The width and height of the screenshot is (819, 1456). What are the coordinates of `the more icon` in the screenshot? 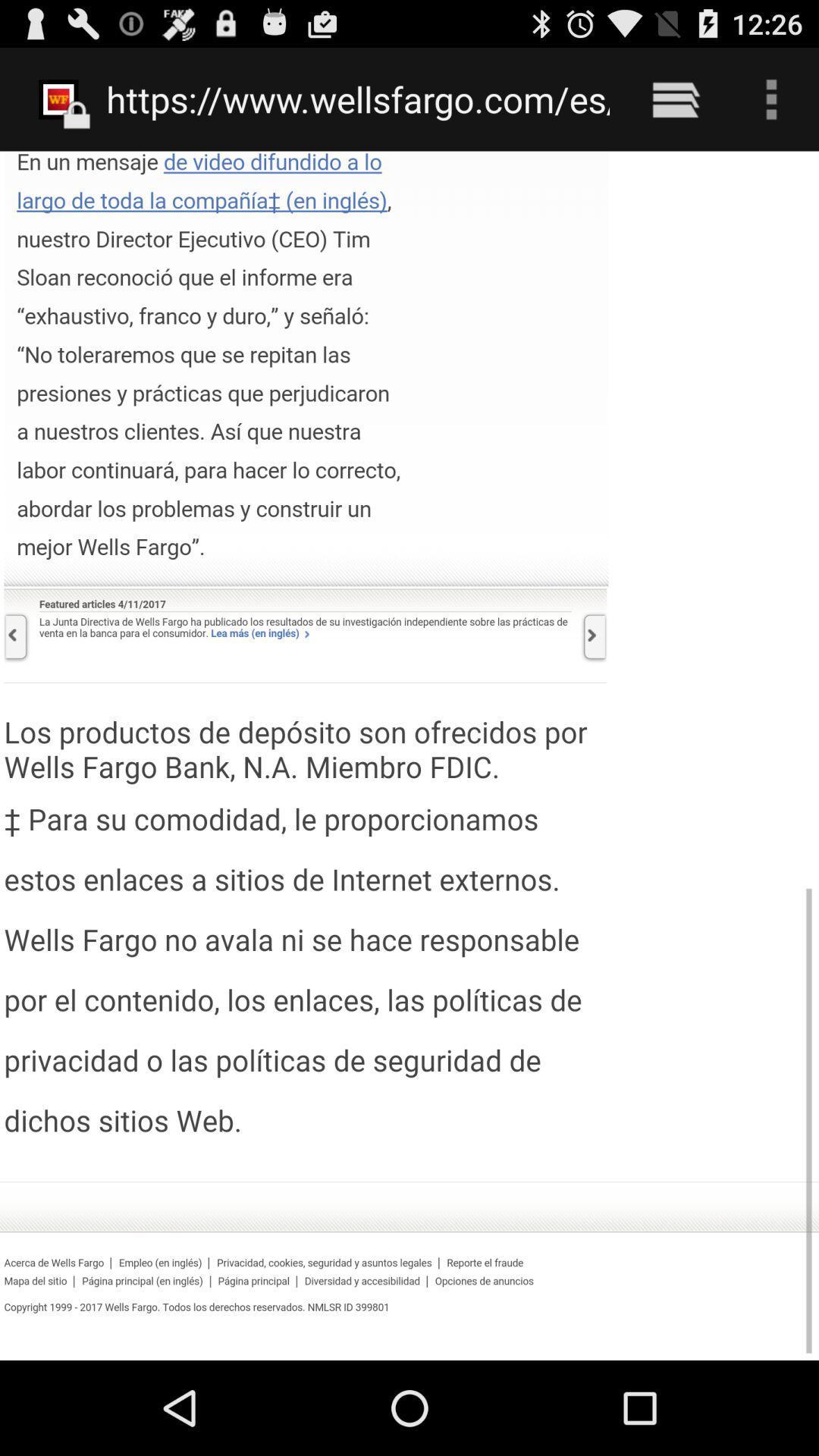 It's located at (771, 105).